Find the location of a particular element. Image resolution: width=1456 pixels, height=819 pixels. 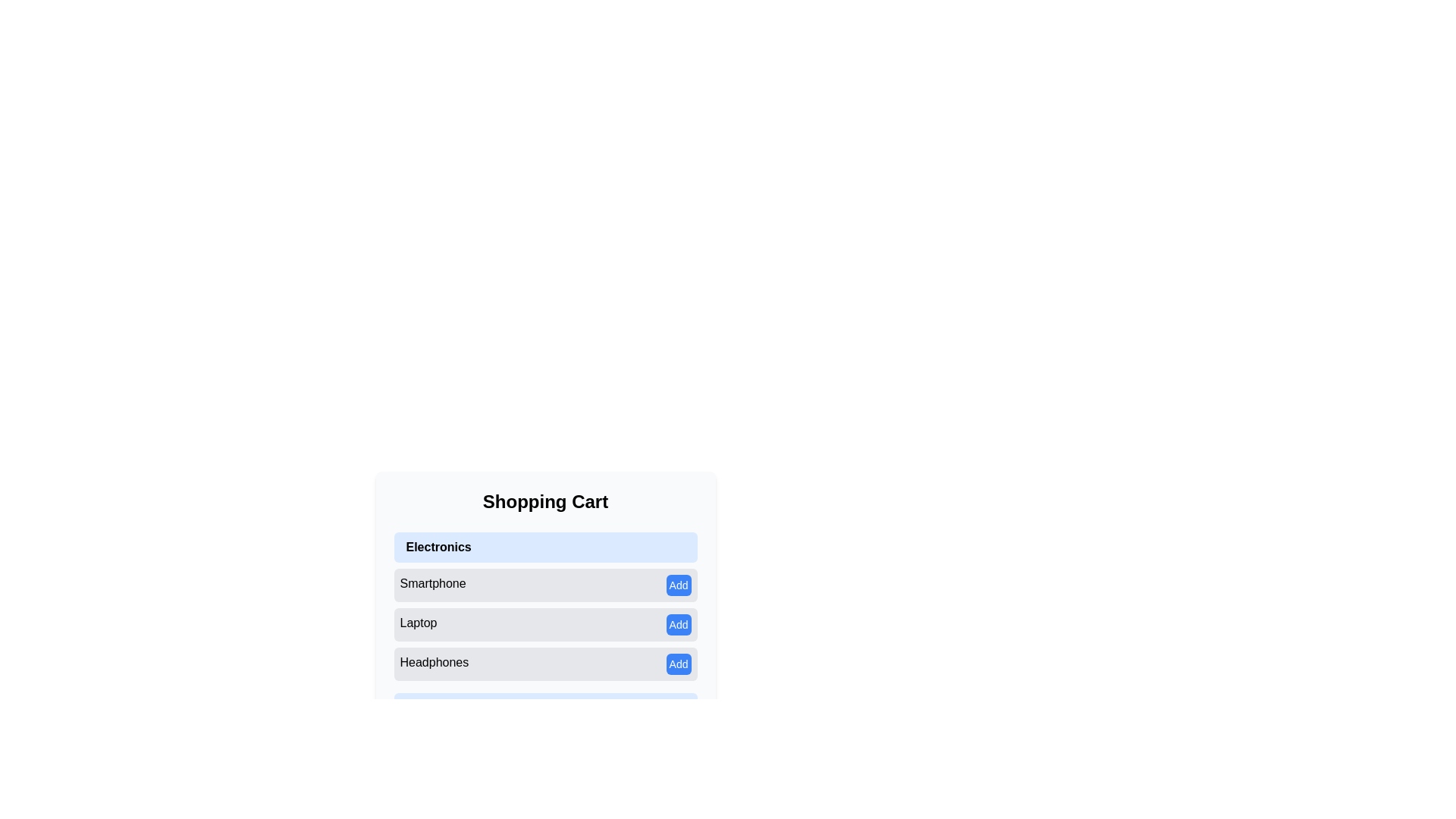

the 'Headphones' text label, which is a black, centered text in a light gray background, positioned in the third row of a list under the 'Shopping Cart' header is located at coordinates (433, 663).